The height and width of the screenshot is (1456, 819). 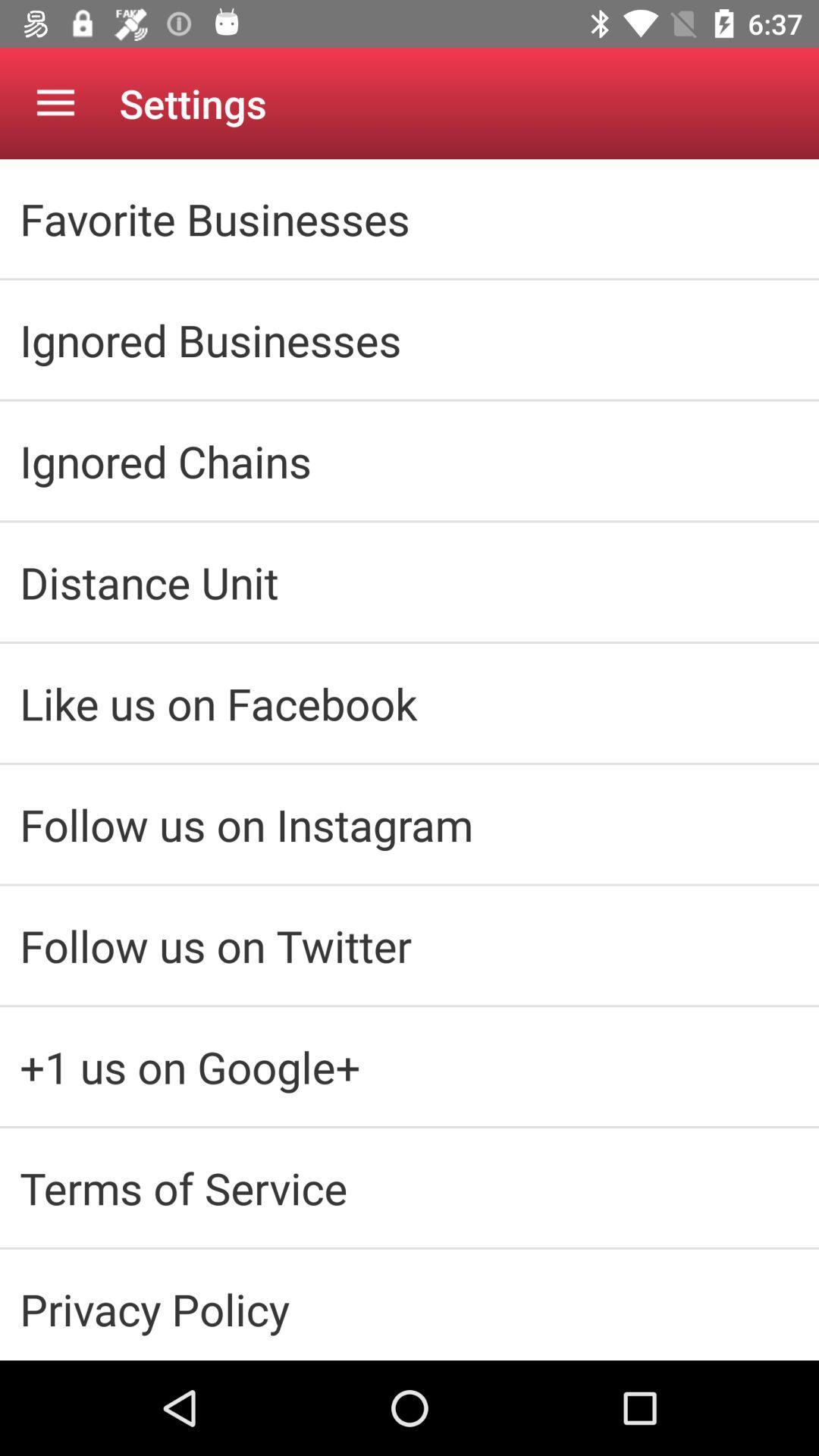 I want to click on the icon to the left of the settings, so click(x=55, y=102).